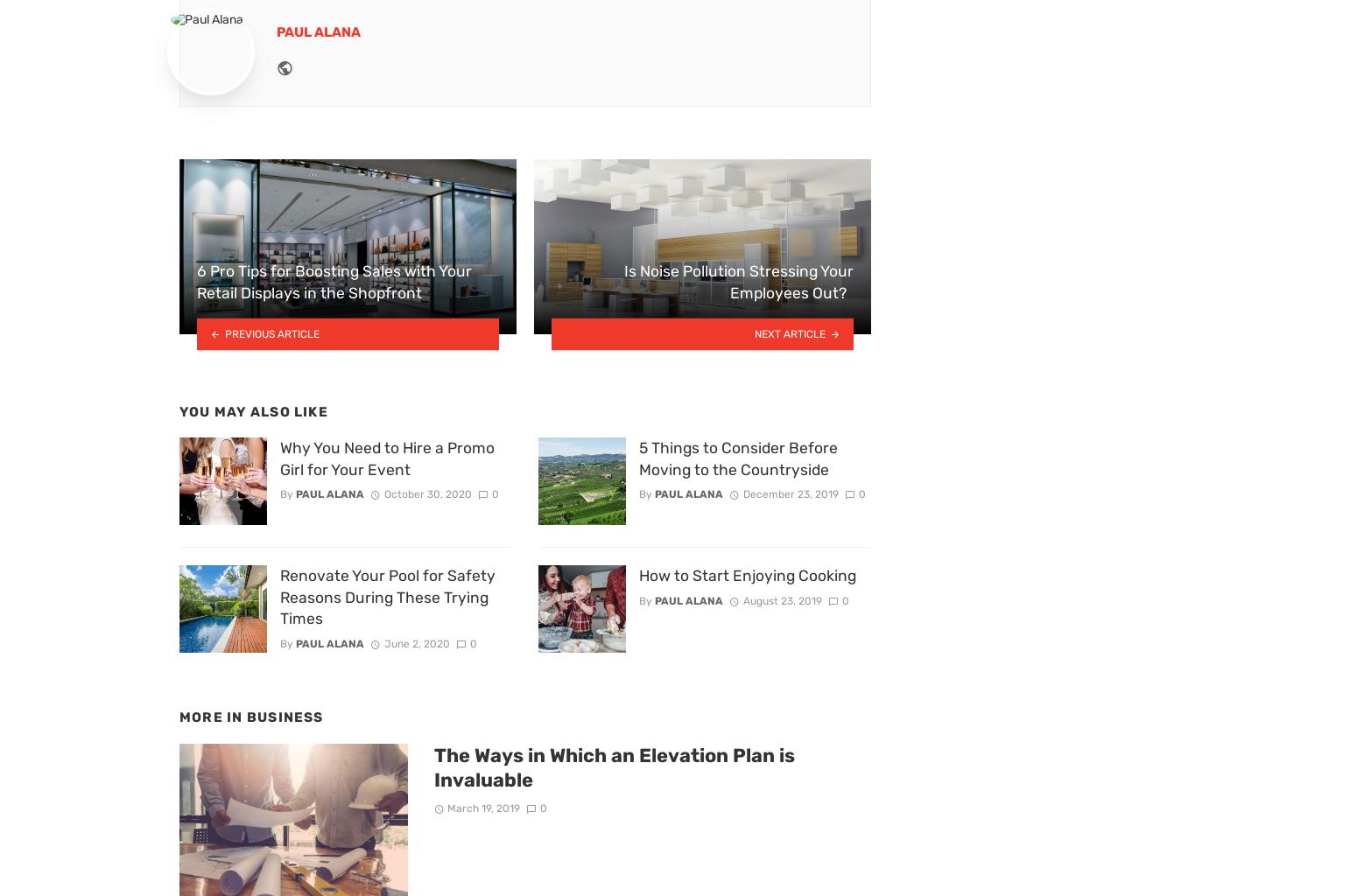  Describe the element at coordinates (213, 717) in the screenshot. I see `'More in'` at that location.